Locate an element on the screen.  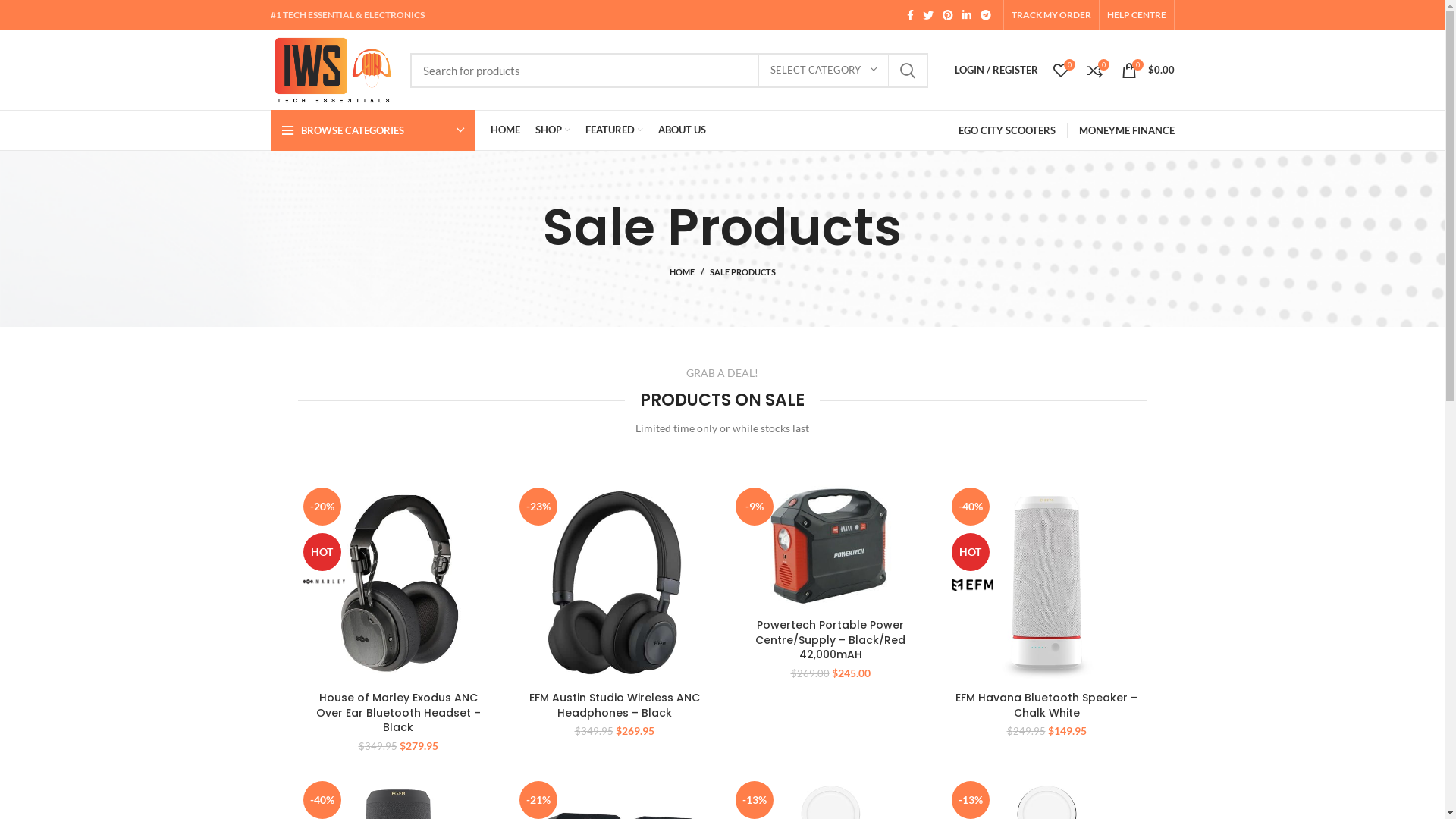
'HOME' is located at coordinates (481, 130).